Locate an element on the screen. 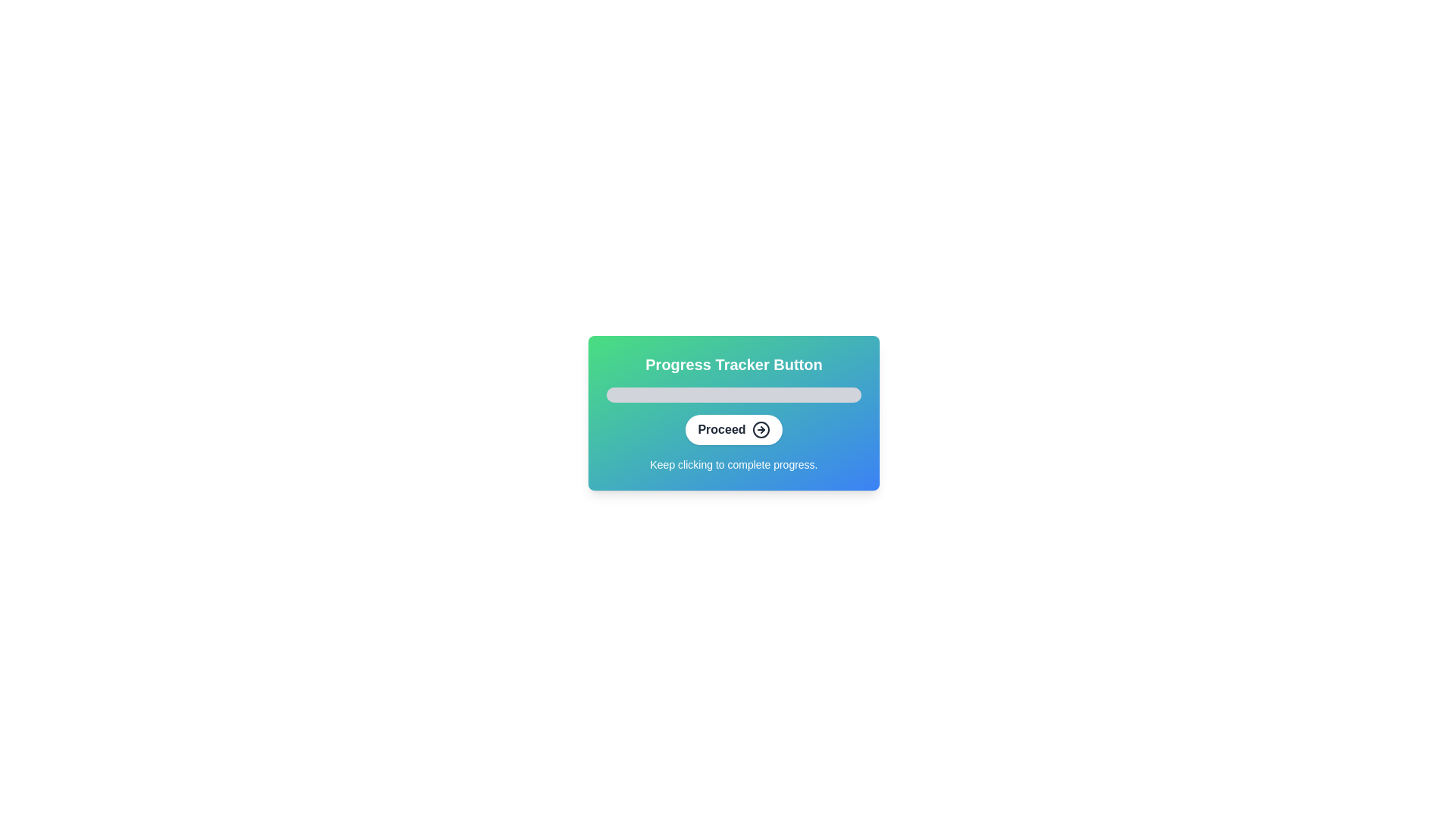 Image resolution: width=1456 pixels, height=819 pixels. the horizontally-oriented rectangular progress bar with a light gray background located beneath the 'Progress Tracker Button' and above the 'Proceed' button is located at coordinates (734, 394).